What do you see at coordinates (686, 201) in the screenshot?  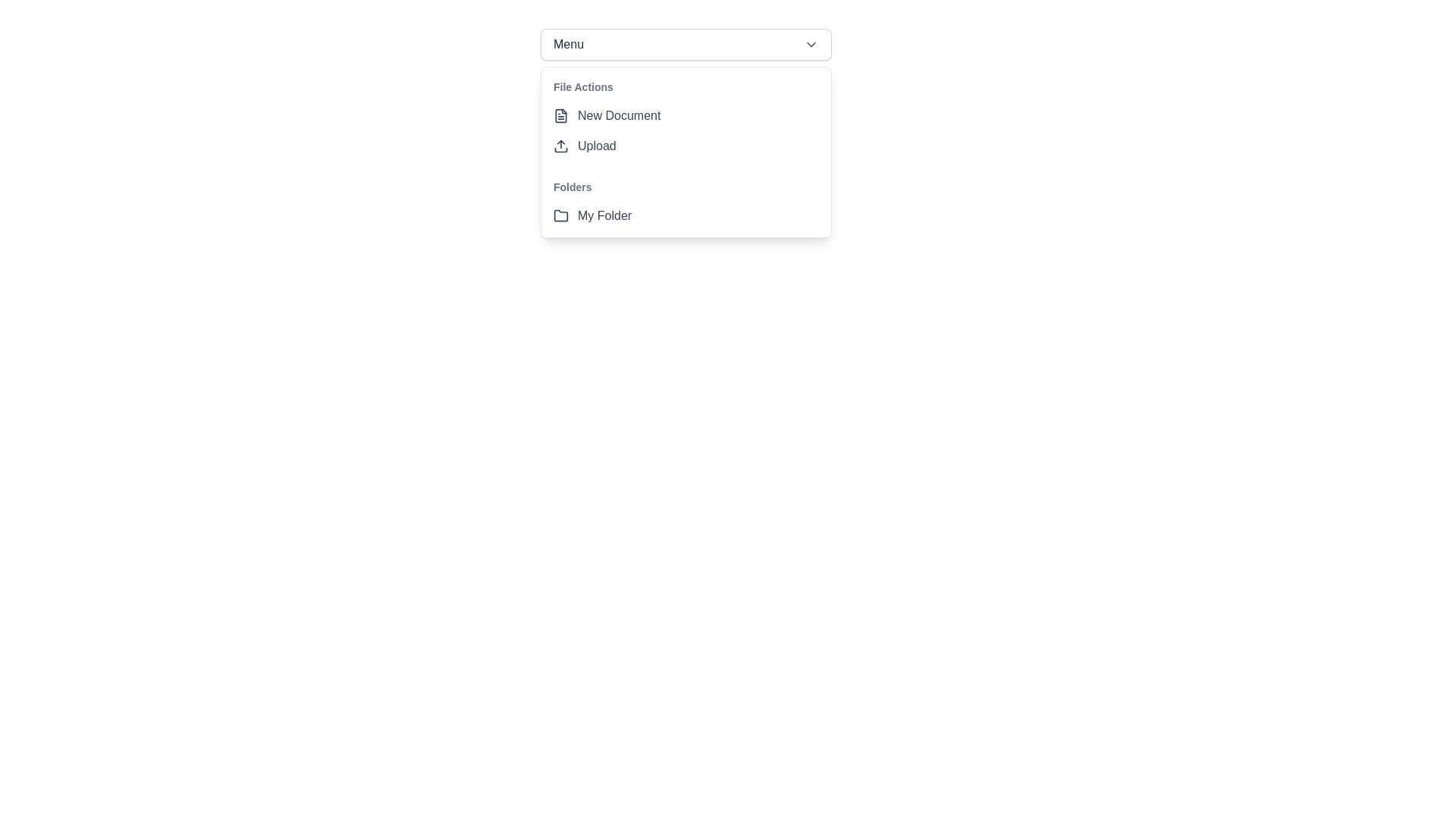 I see `the 'My Folder' menu item, which is the third section in the dropdown menu, to collapse or expand it` at bounding box center [686, 201].